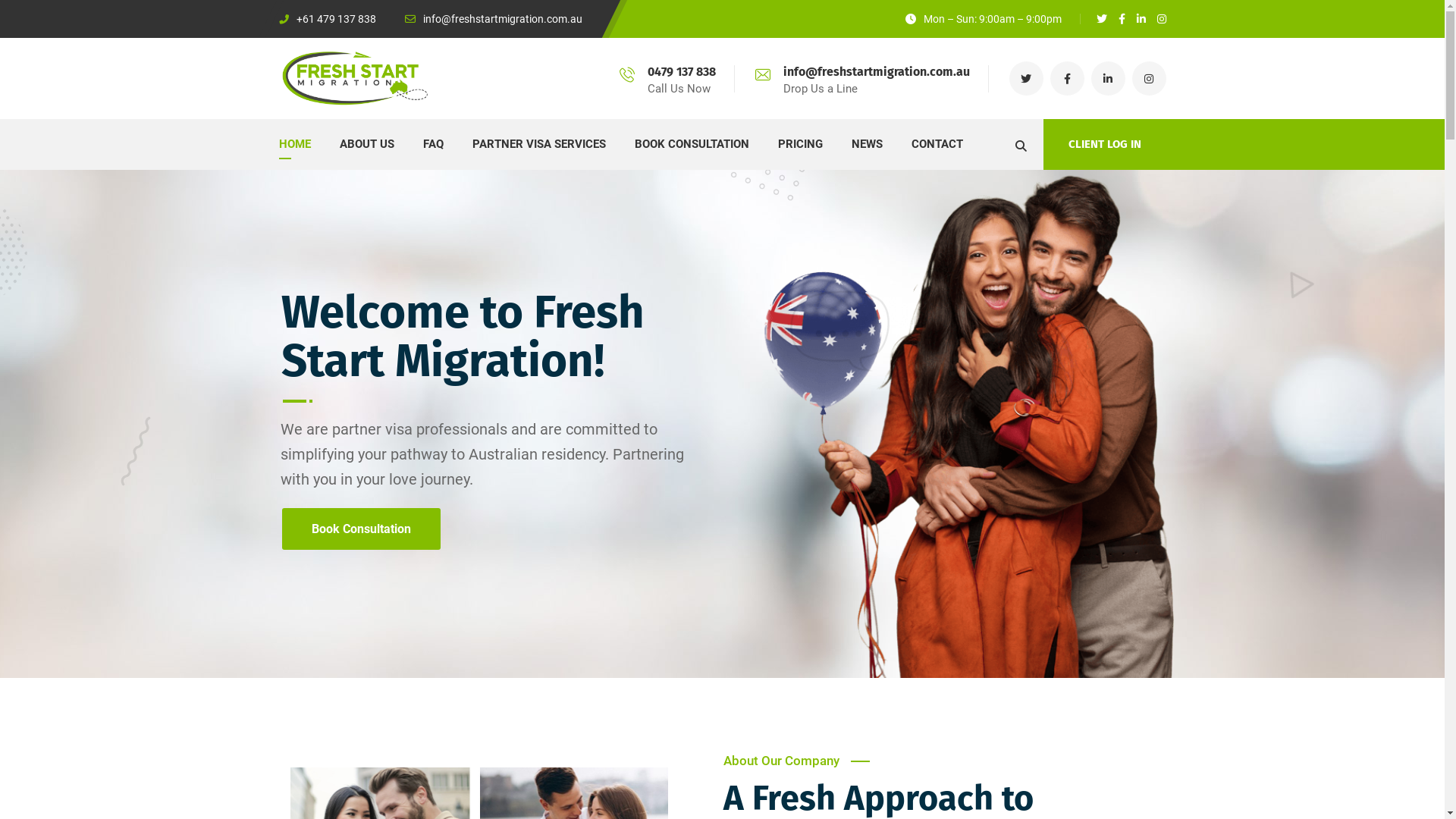  I want to click on 'info@freshstartmigration.com.au', so click(494, 18).